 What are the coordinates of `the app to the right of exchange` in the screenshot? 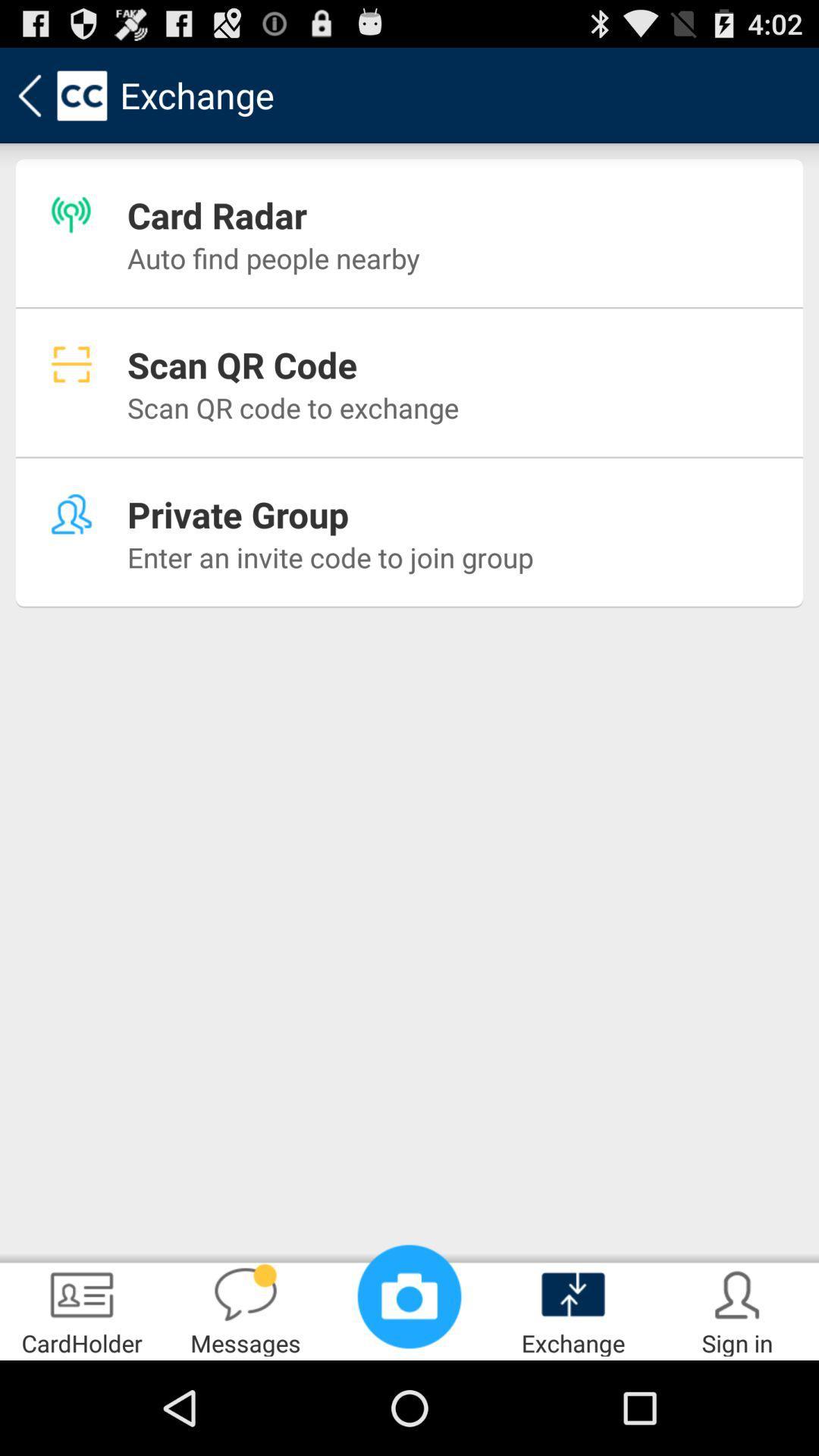 It's located at (736, 1309).